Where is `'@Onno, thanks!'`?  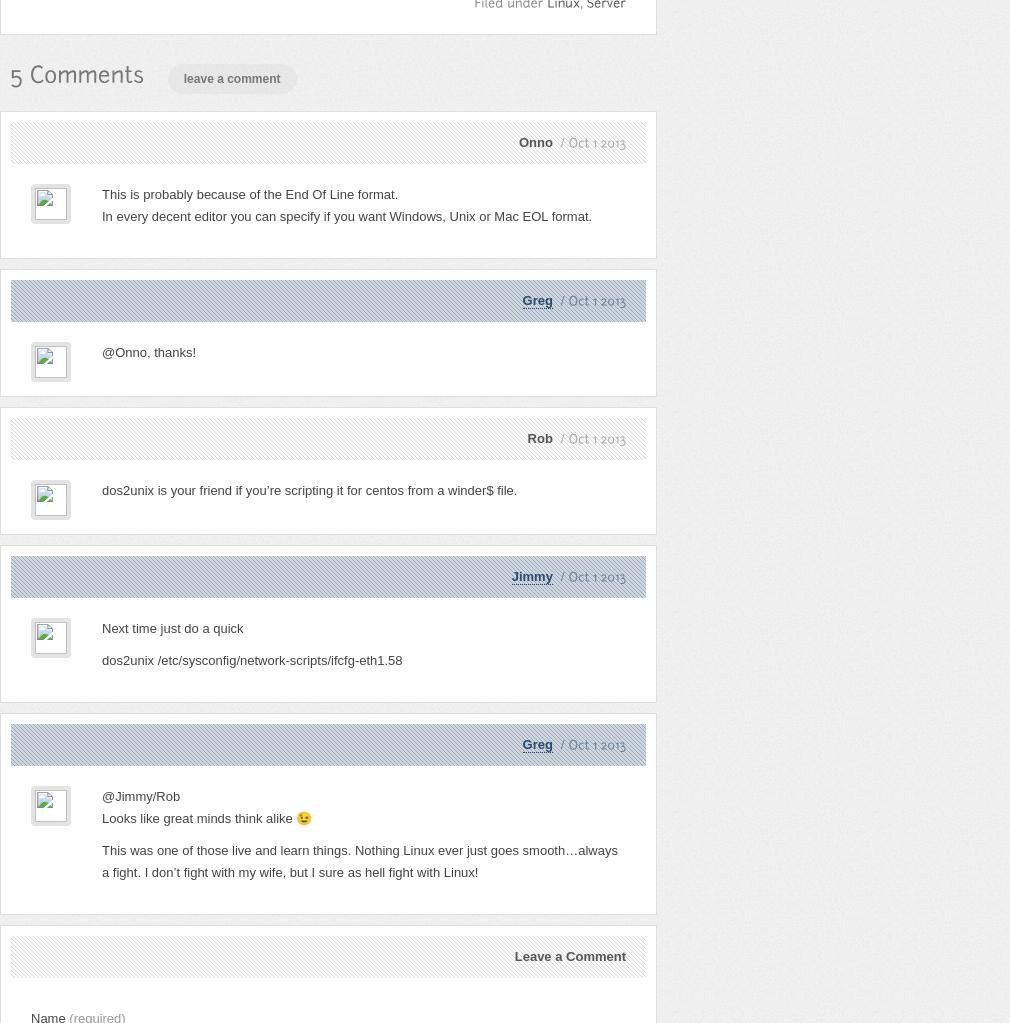 '@Onno, thanks!' is located at coordinates (147, 352).